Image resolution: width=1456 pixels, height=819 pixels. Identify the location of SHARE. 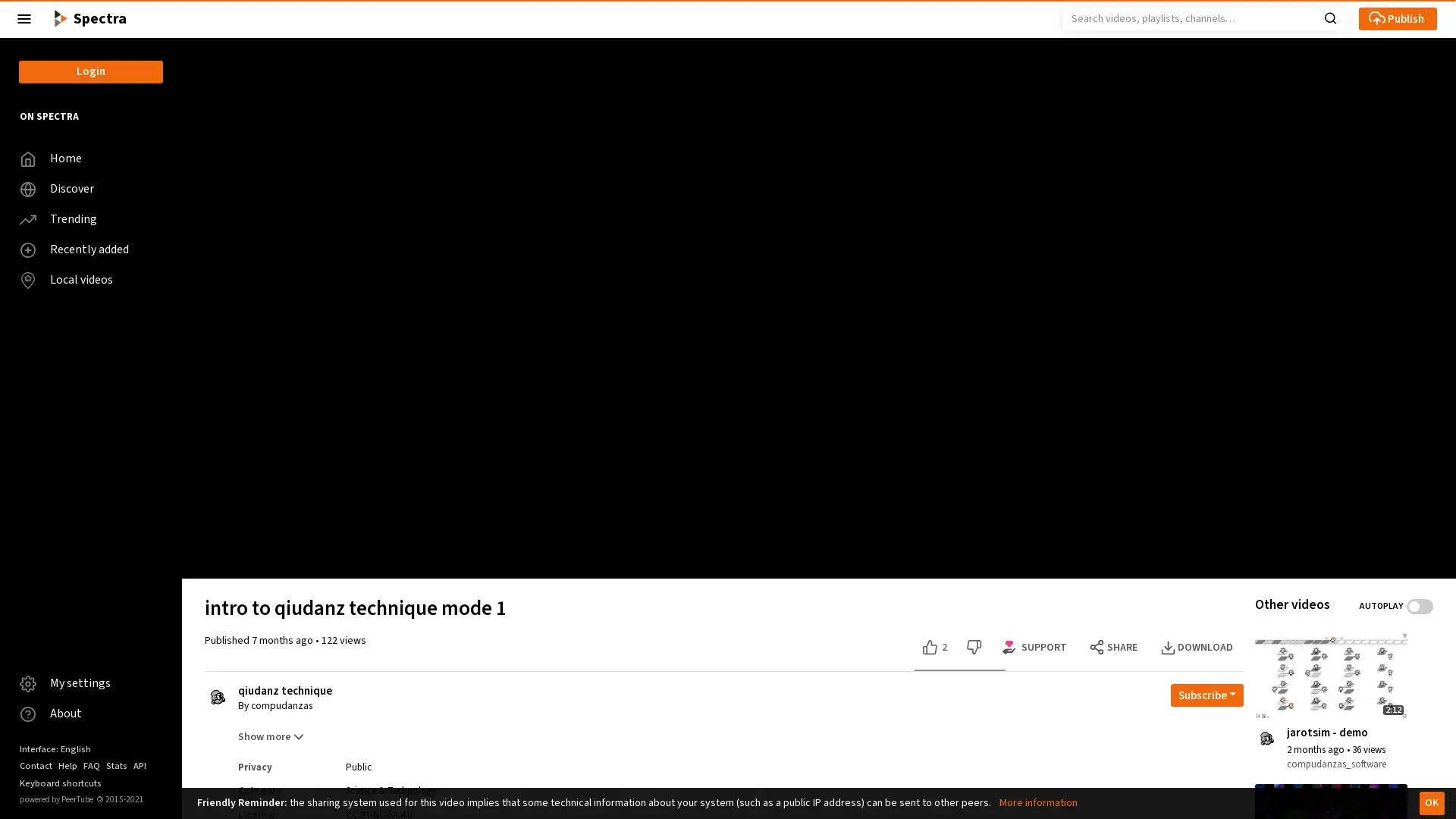
(1114, 647).